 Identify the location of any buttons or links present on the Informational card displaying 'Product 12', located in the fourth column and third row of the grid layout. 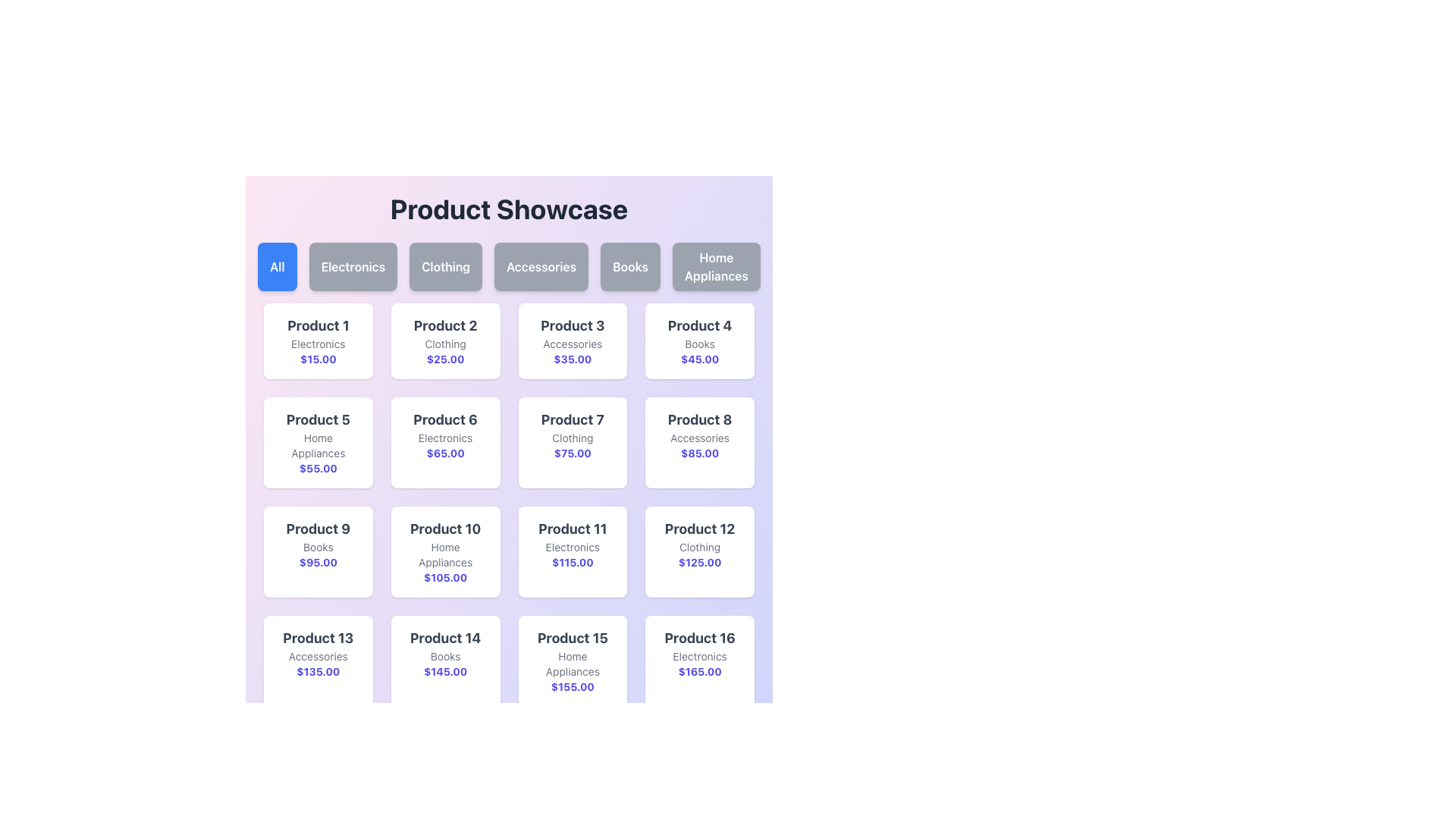
(699, 552).